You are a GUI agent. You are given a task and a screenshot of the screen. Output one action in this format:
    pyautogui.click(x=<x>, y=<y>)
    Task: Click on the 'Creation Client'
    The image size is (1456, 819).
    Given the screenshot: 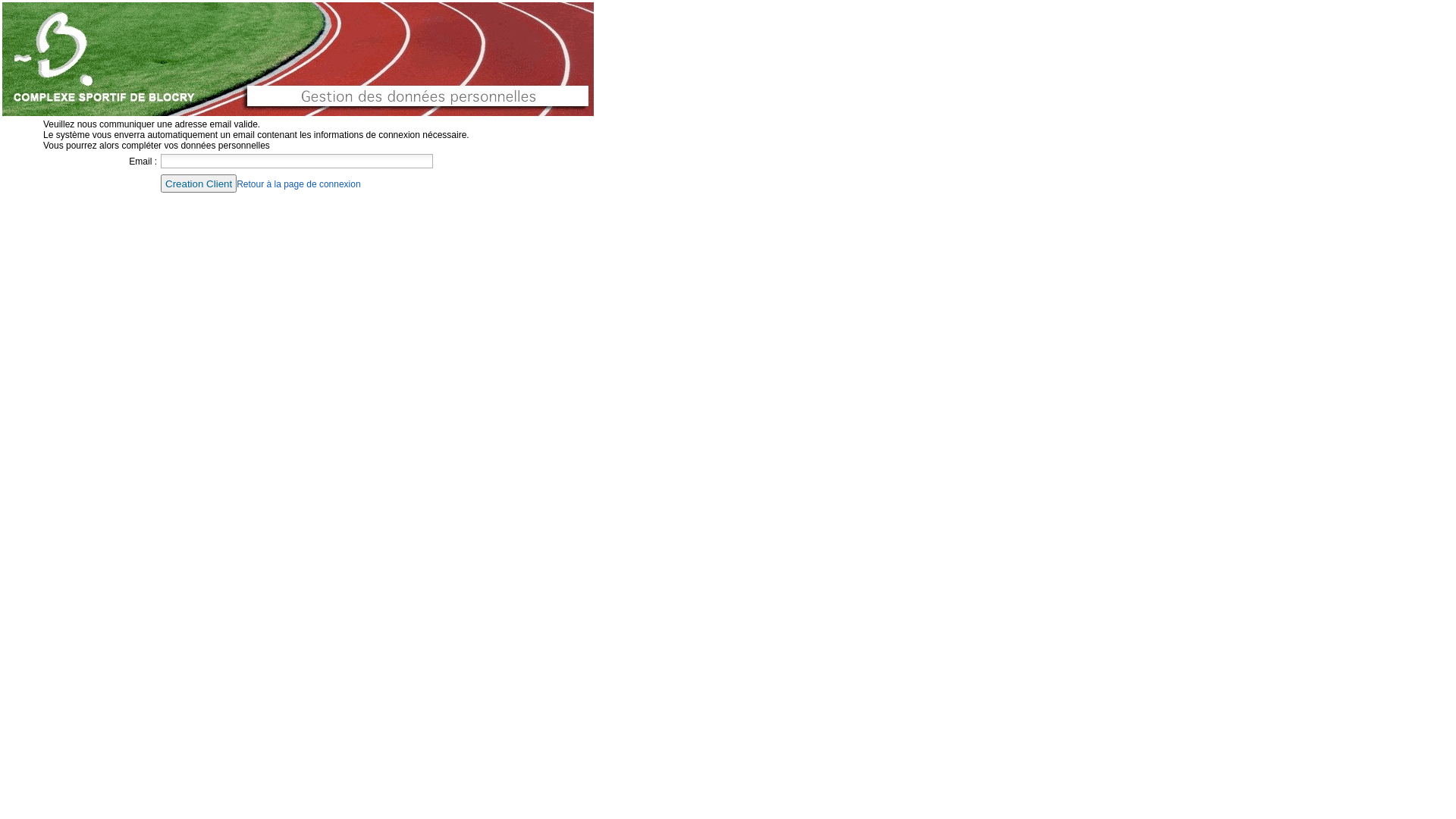 What is the action you would take?
    pyautogui.click(x=160, y=183)
    